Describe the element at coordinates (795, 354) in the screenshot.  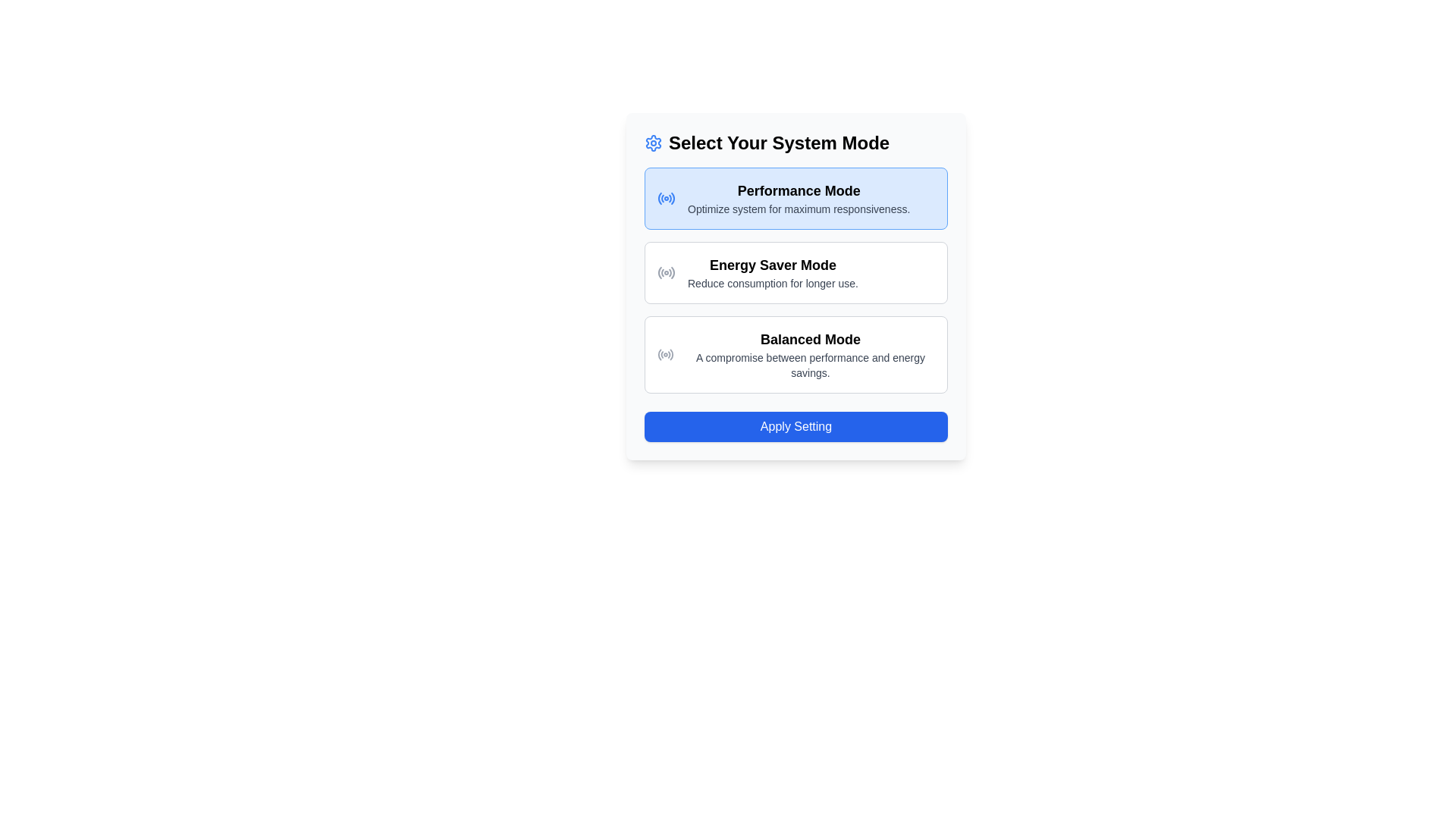
I see `the 'Balanced Mode' selectable item in the list` at that location.